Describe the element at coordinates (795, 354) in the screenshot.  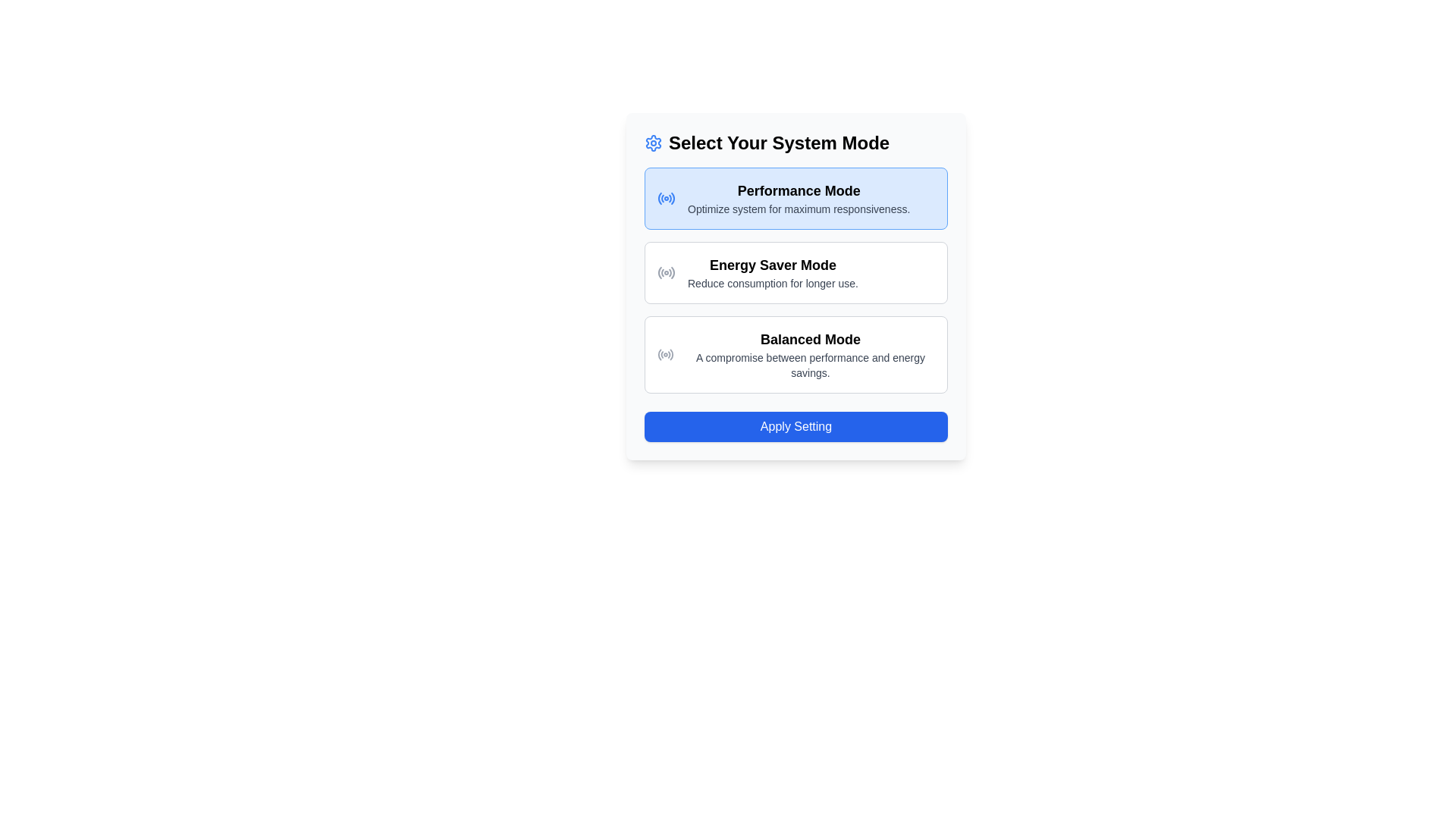
I see `the 'Balanced Mode' selectable item in the list` at that location.